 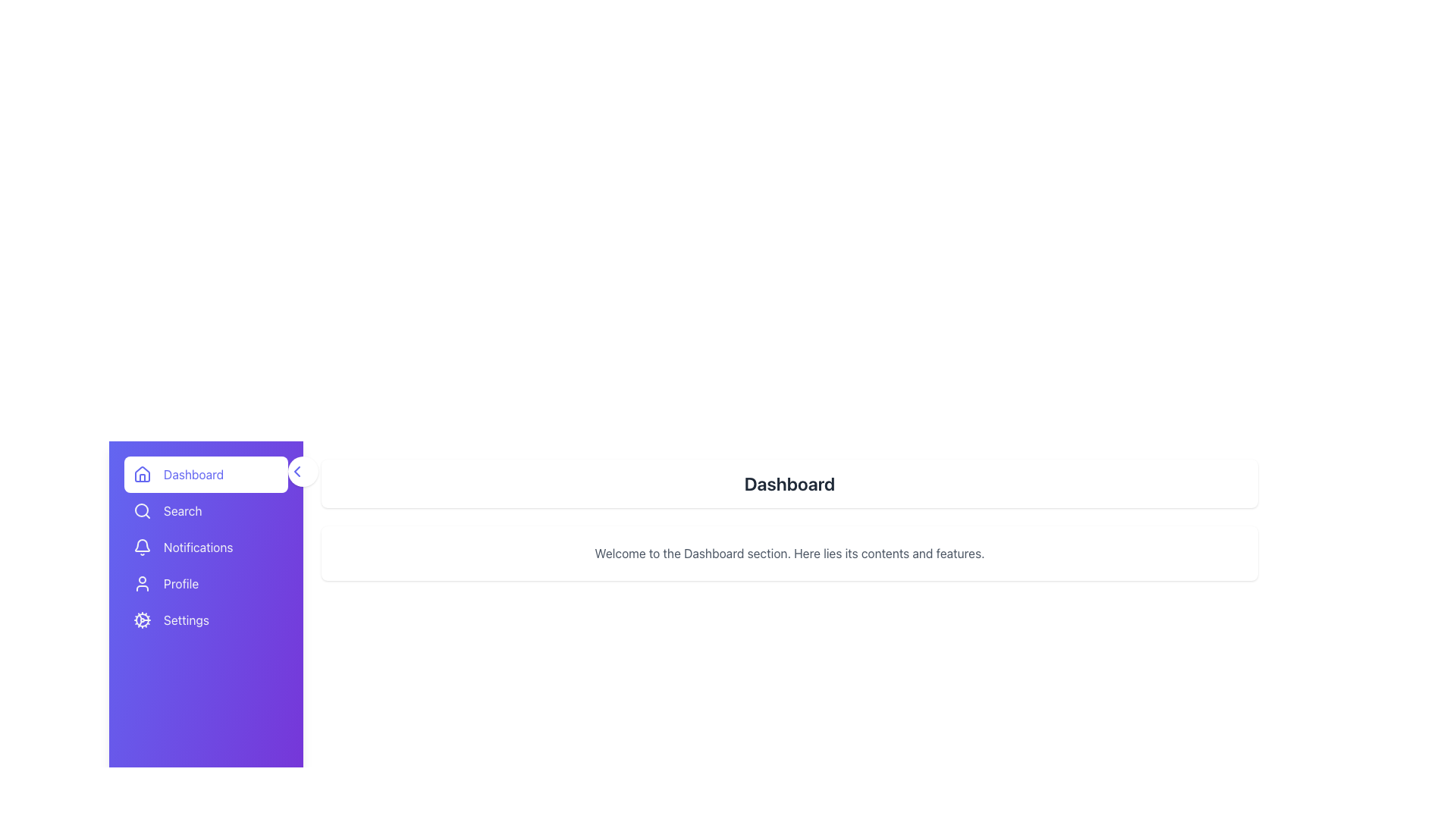 What do you see at coordinates (789, 483) in the screenshot?
I see `the prominently styled text label displaying 'Dashboard' in a large, bold font, located at the top of the content section` at bounding box center [789, 483].